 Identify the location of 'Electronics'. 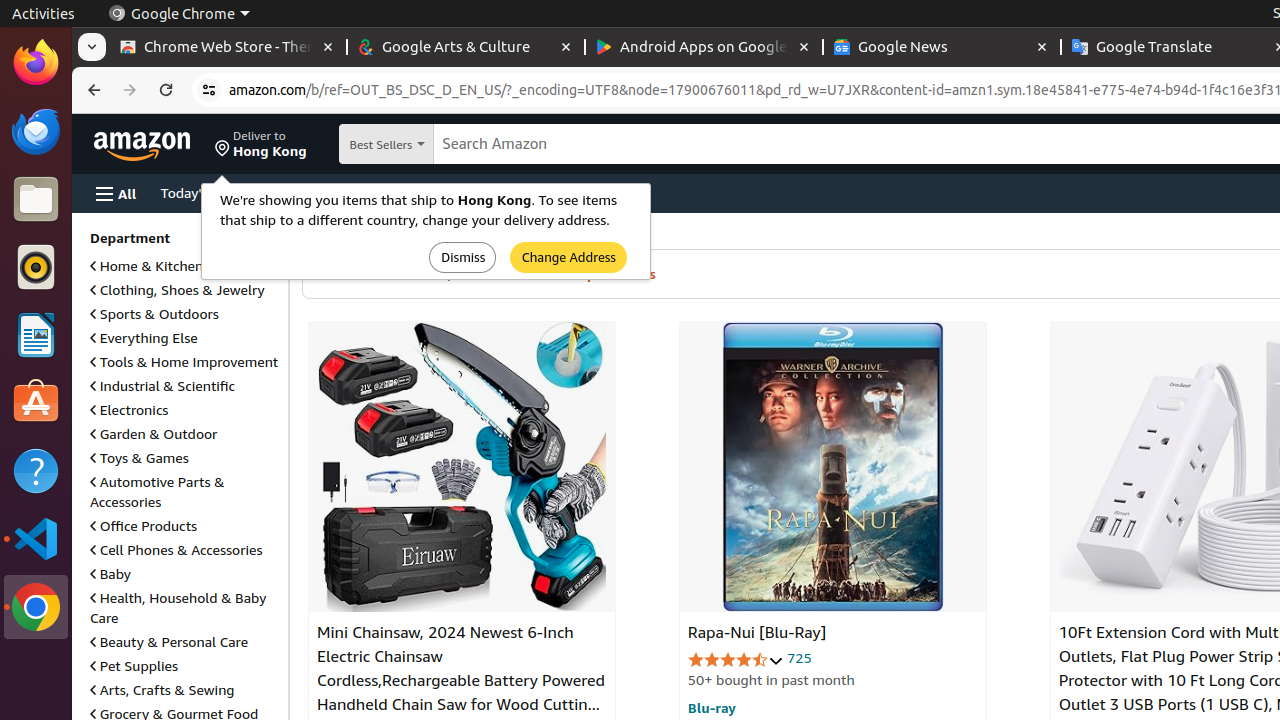
(128, 408).